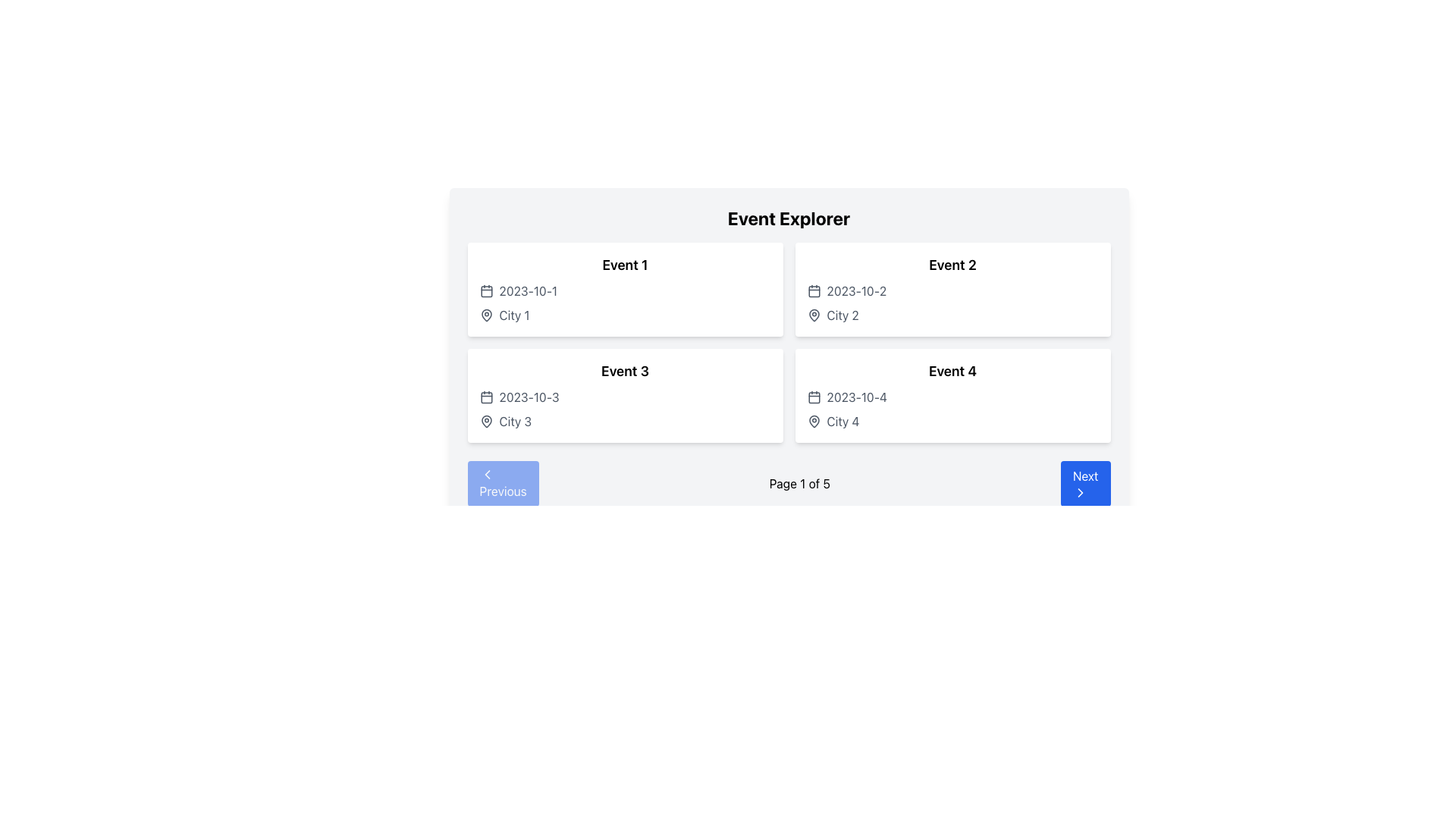 The width and height of the screenshot is (1456, 819). Describe the element at coordinates (813, 397) in the screenshot. I see `the calendar icon located in the 'Event 4' section, which is positioned immediately to the left of the date text '2023-10-4' and above the location 'City 4'` at that location.